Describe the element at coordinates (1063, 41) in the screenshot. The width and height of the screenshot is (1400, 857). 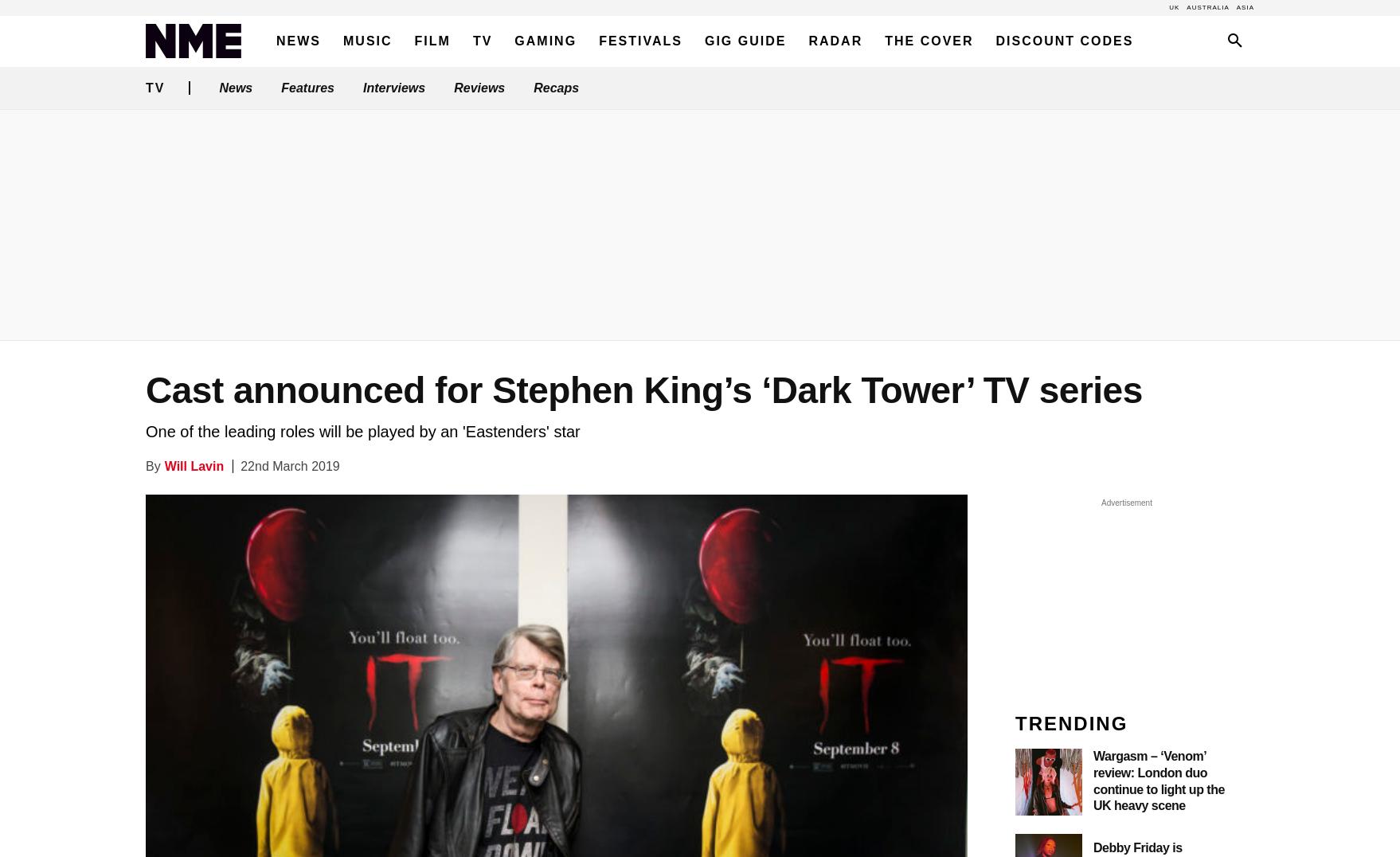
I see `'Discount Codes'` at that location.